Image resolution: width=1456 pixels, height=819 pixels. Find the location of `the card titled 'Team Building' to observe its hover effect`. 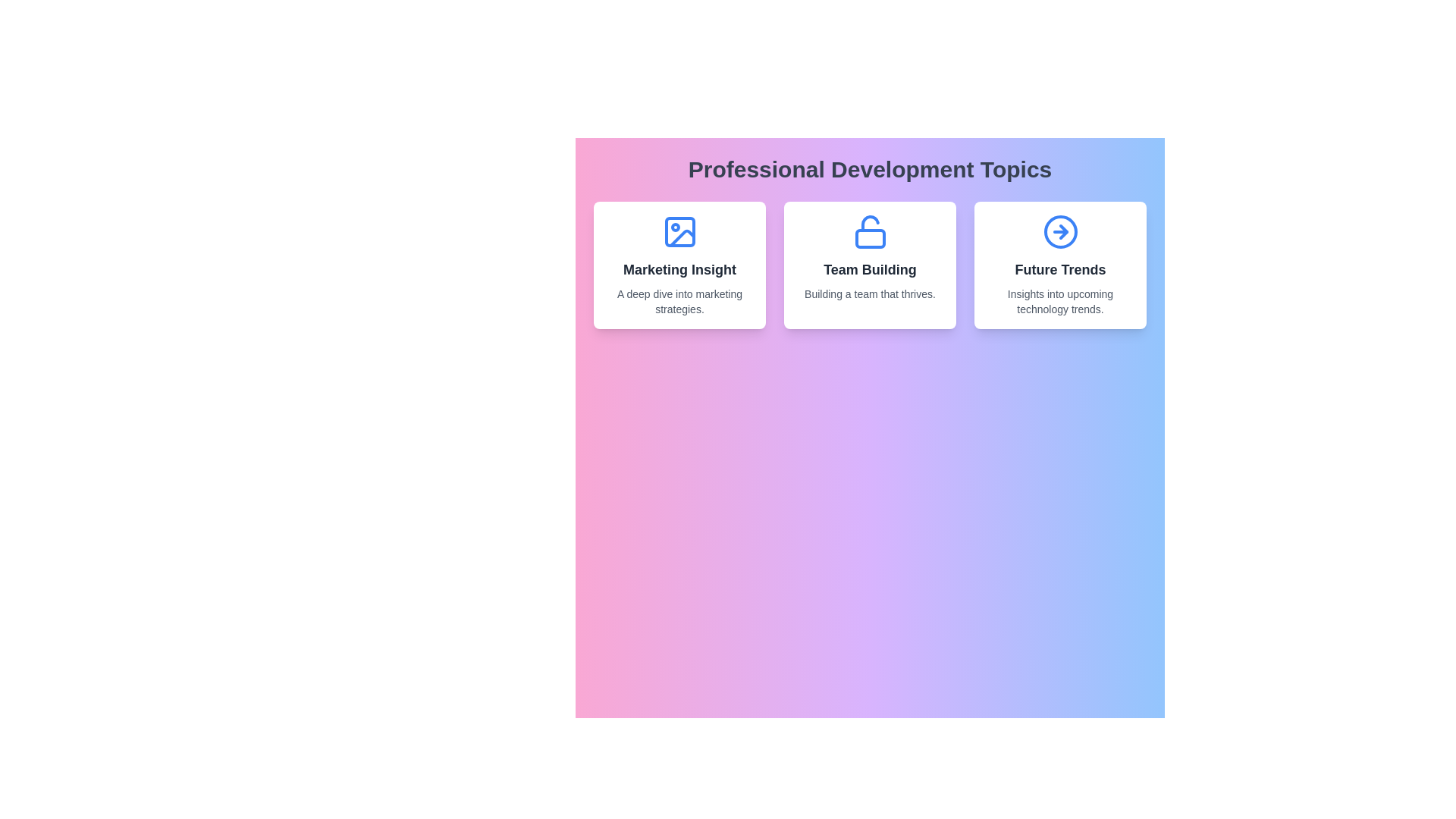

the card titled 'Team Building' to observe its hover effect is located at coordinates (870, 265).